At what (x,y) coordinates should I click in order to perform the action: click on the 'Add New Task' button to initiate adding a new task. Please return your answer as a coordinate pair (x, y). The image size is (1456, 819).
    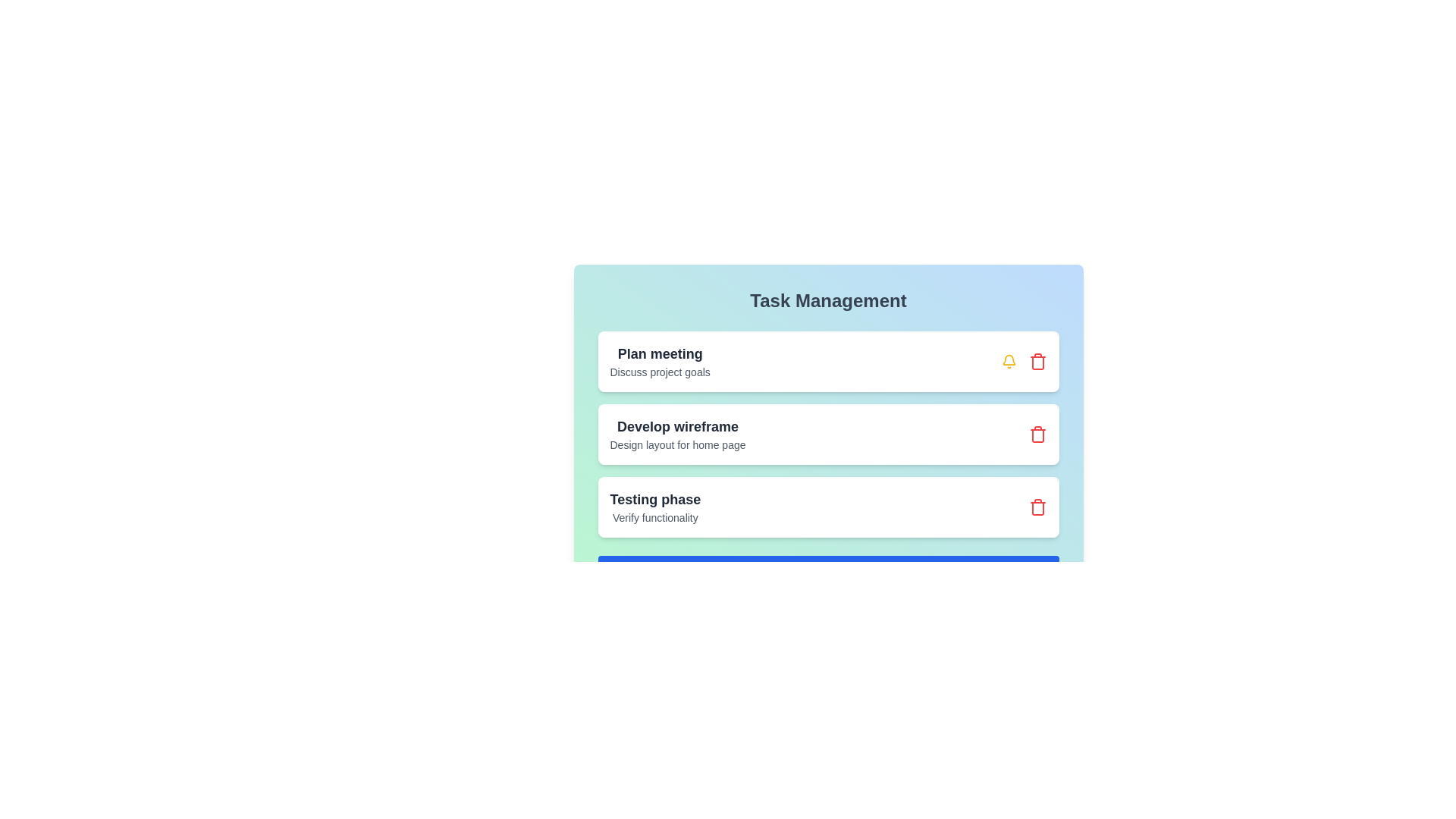
    Looking at the image, I should click on (827, 570).